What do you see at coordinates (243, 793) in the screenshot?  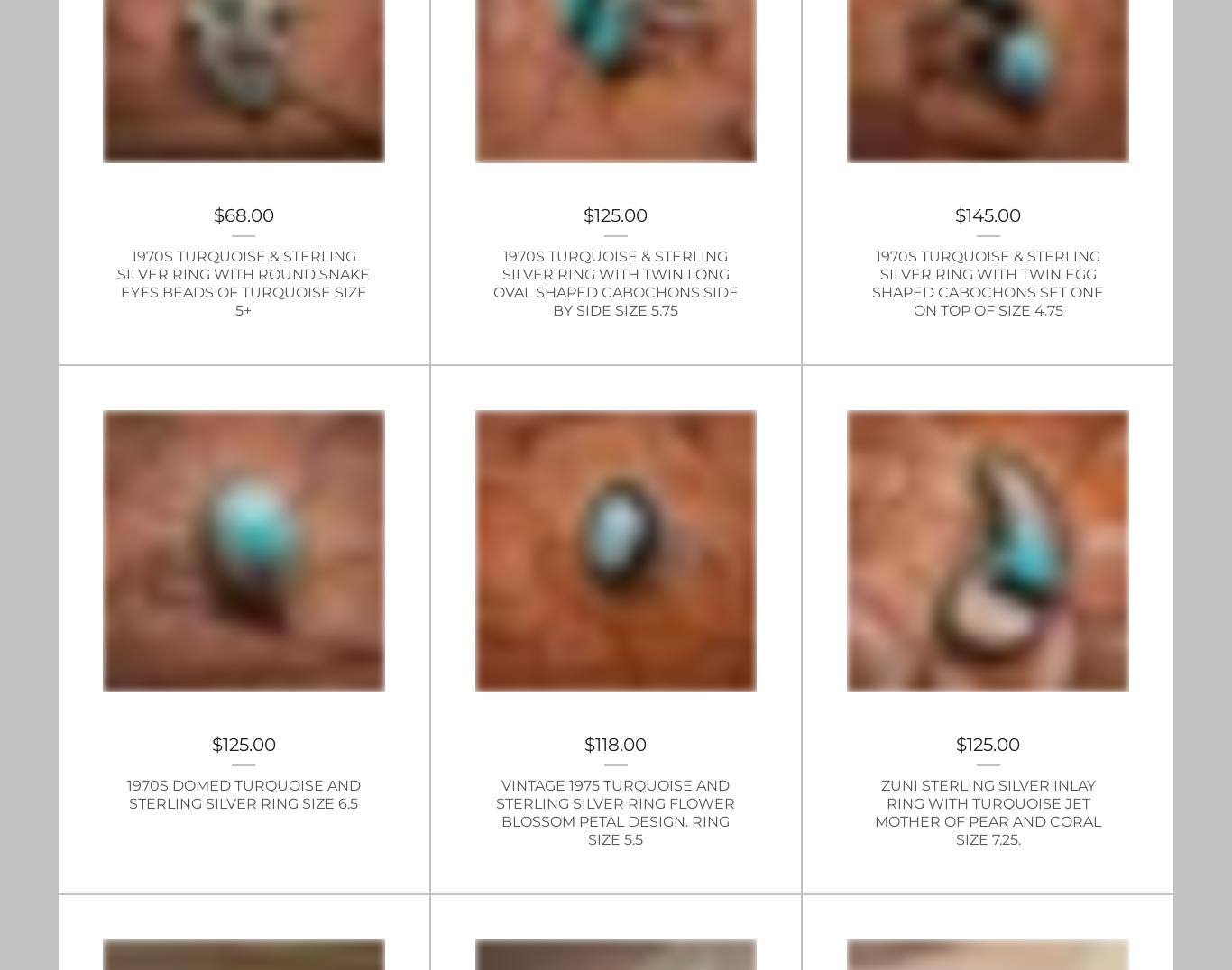 I see `'1970s Domed Turquoise and Sterling Silver Ring size 6.5'` at bounding box center [243, 793].